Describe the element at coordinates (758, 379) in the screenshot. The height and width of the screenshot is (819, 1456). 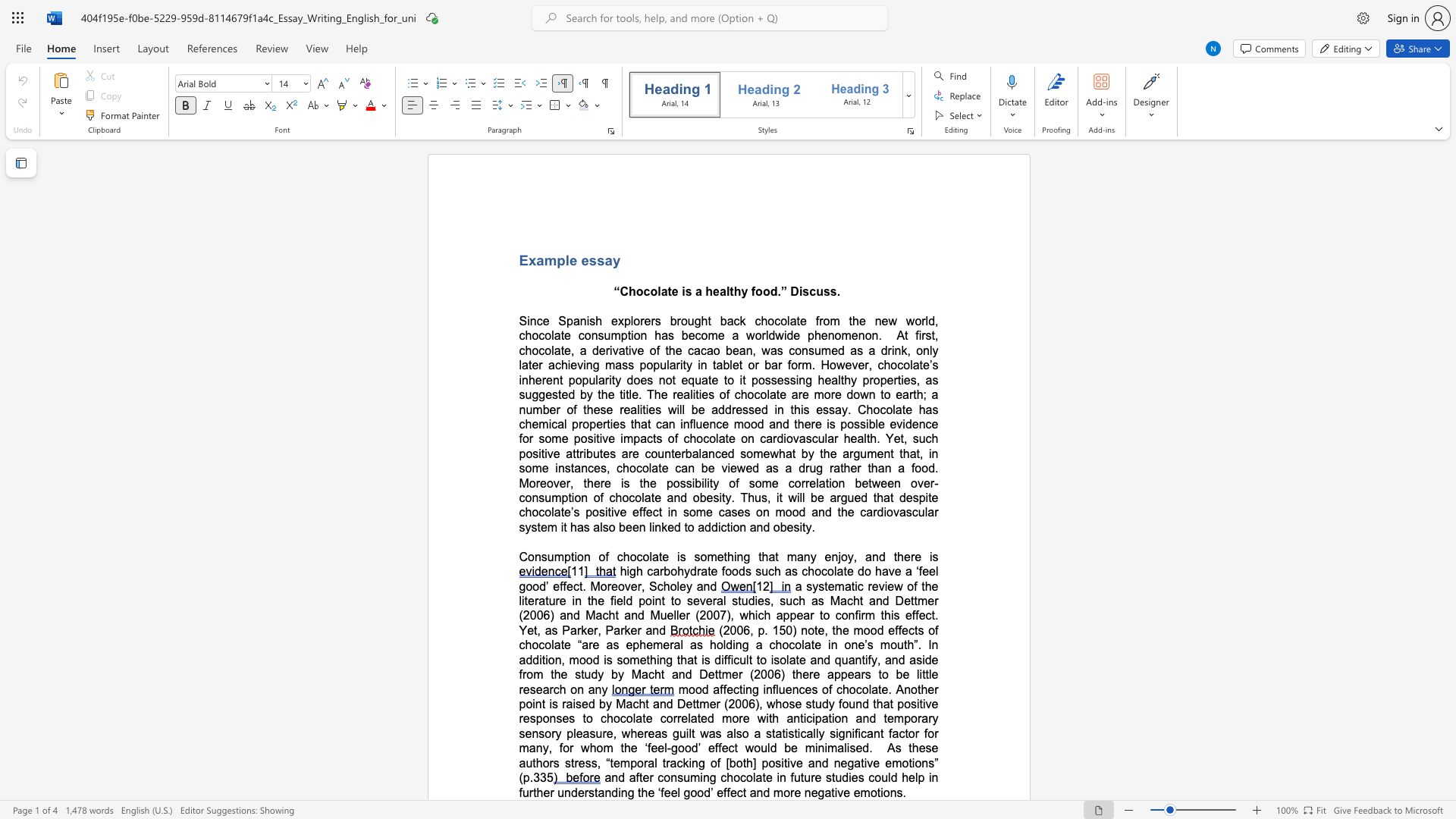
I see `the subset text "os" within the text "possessing"` at that location.